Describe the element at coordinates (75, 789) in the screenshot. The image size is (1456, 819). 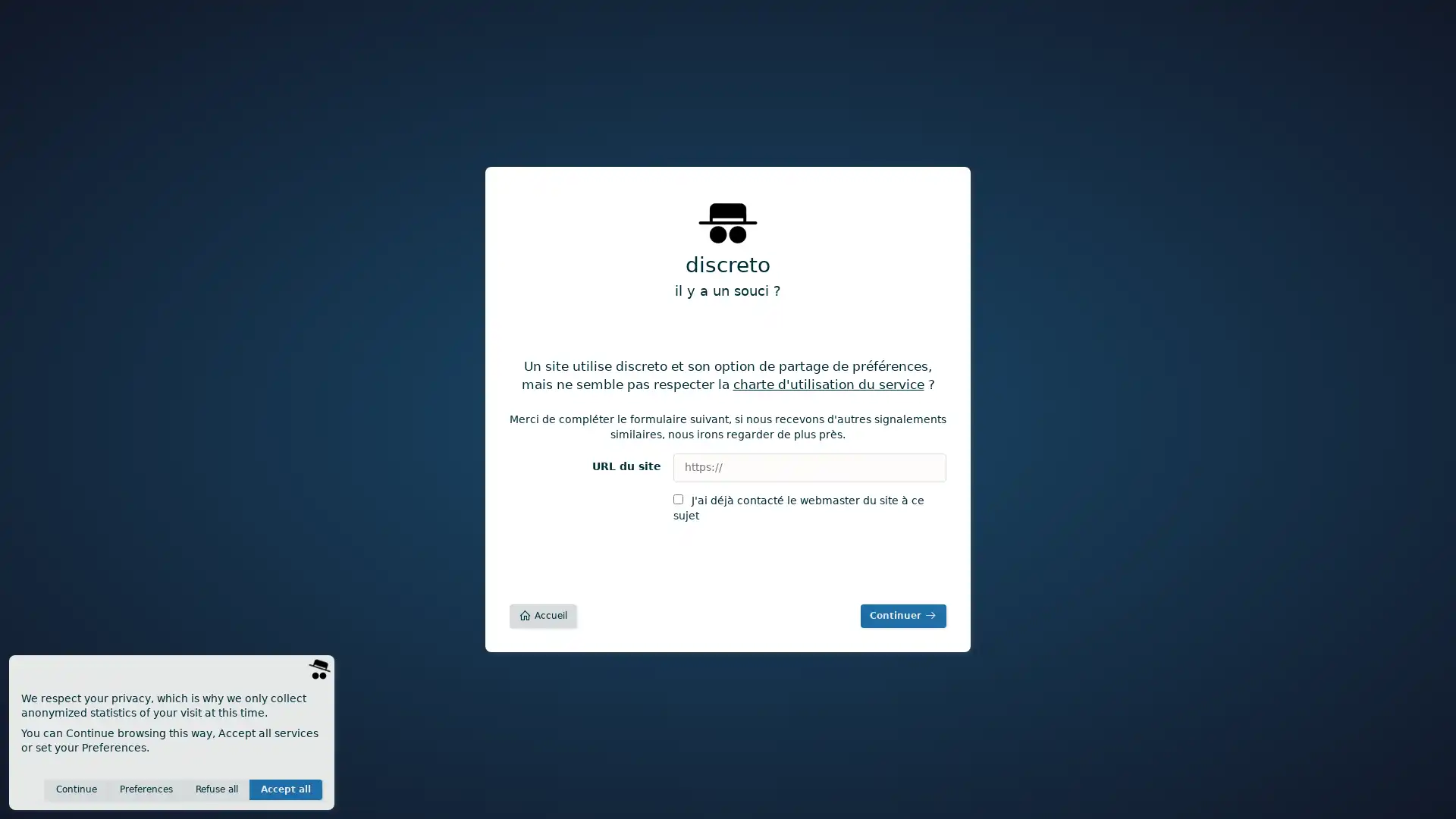
I see `Continue` at that location.